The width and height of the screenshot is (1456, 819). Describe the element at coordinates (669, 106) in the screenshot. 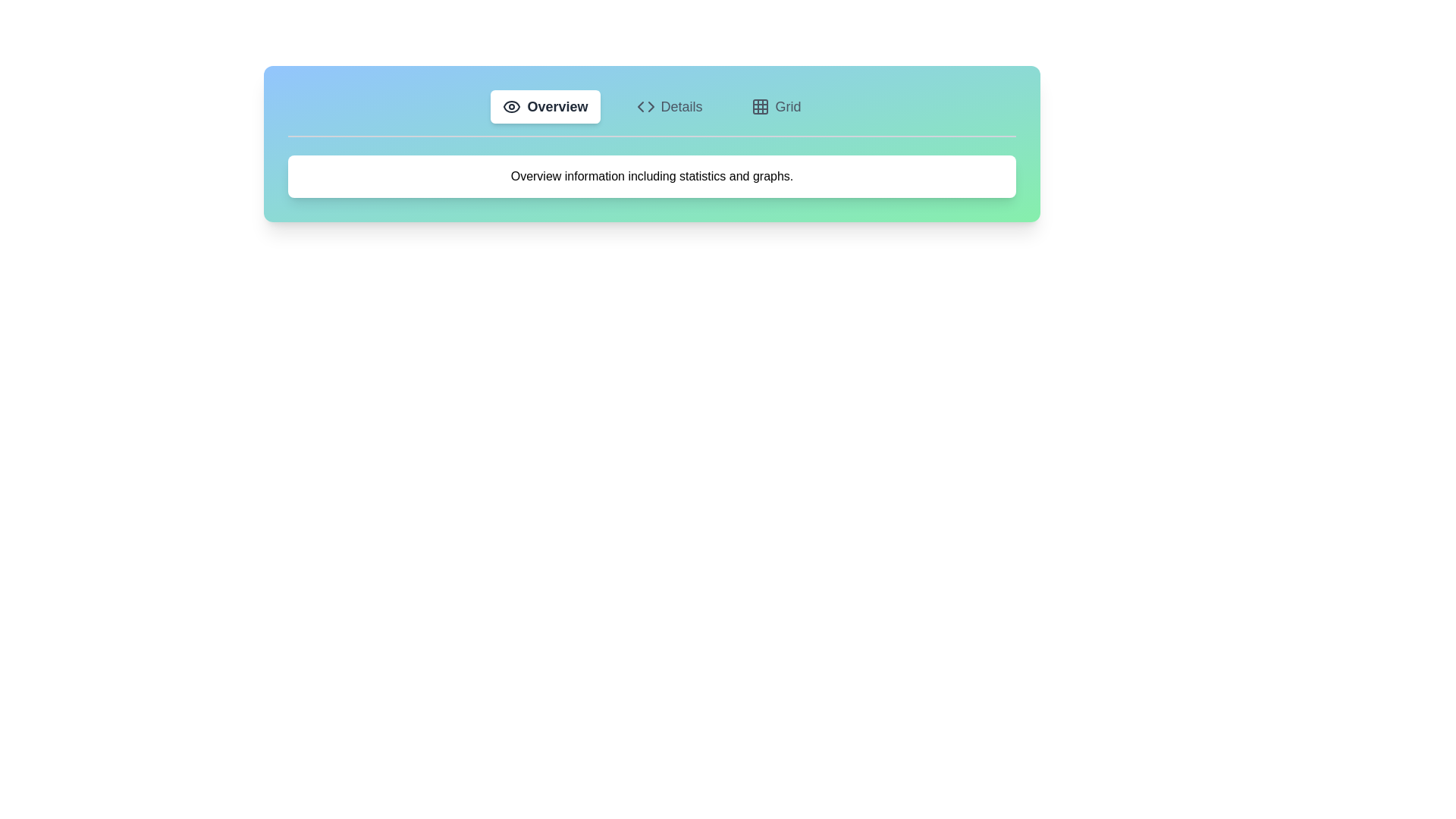

I see `the tab associated with Details` at that location.